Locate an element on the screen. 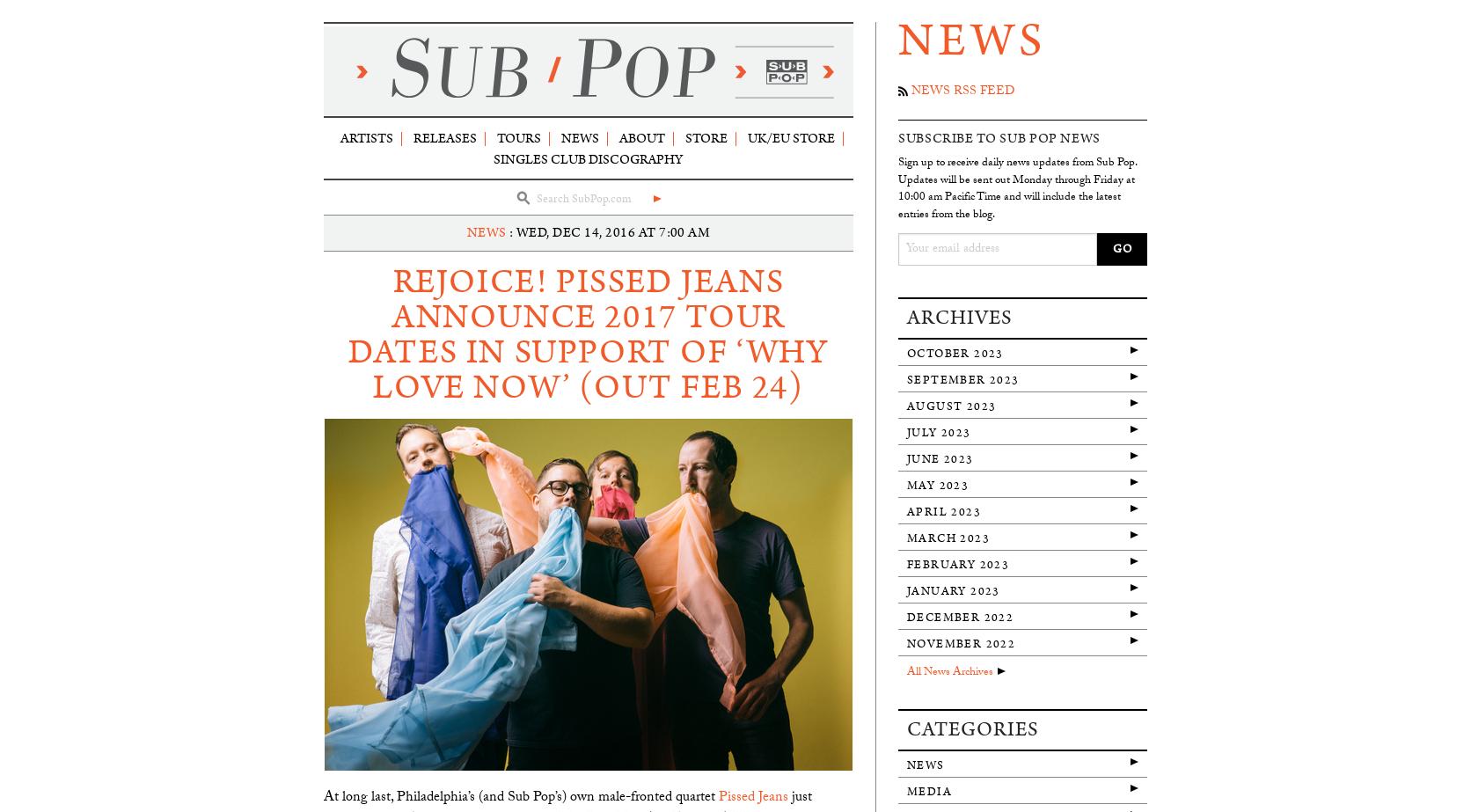  'News RSS Feed' is located at coordinates (910, 92).